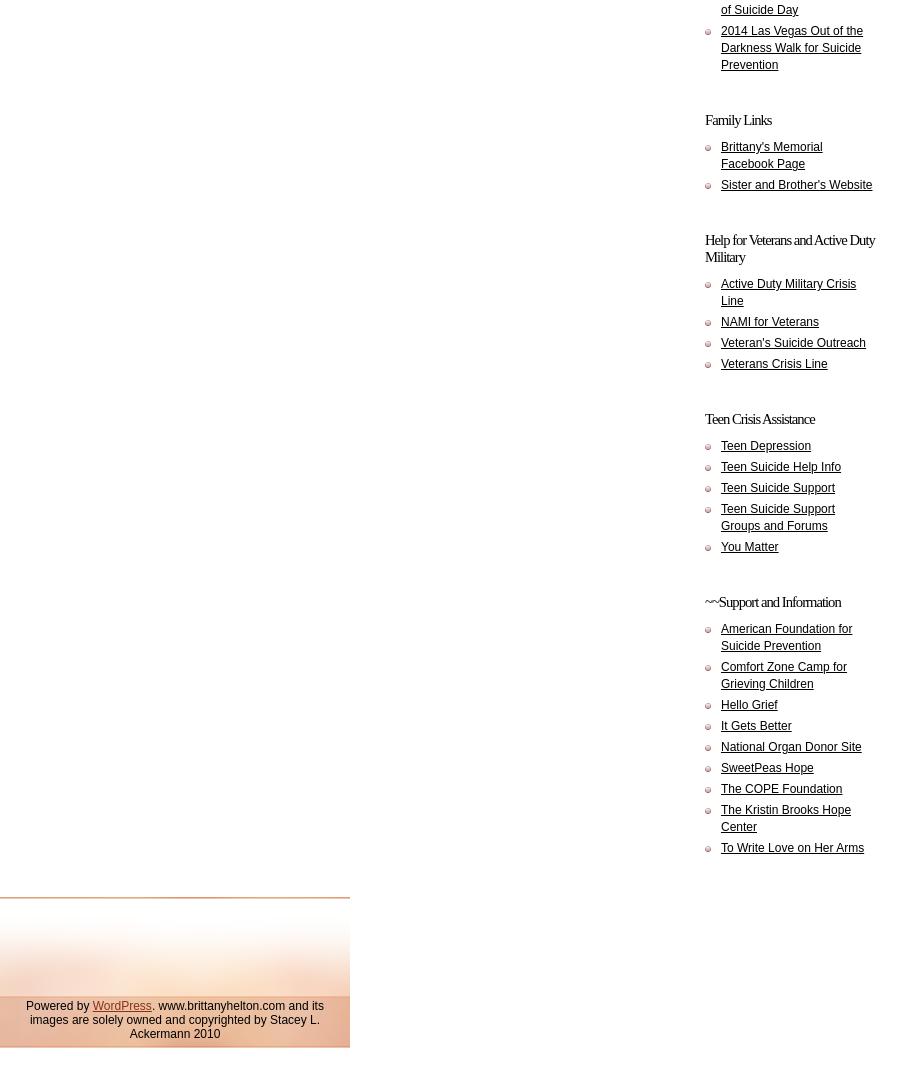  What do you see at coordinates (747, 704) in the screenshot?
I see `'Hello Grief'` at bounding box center [747, 704].